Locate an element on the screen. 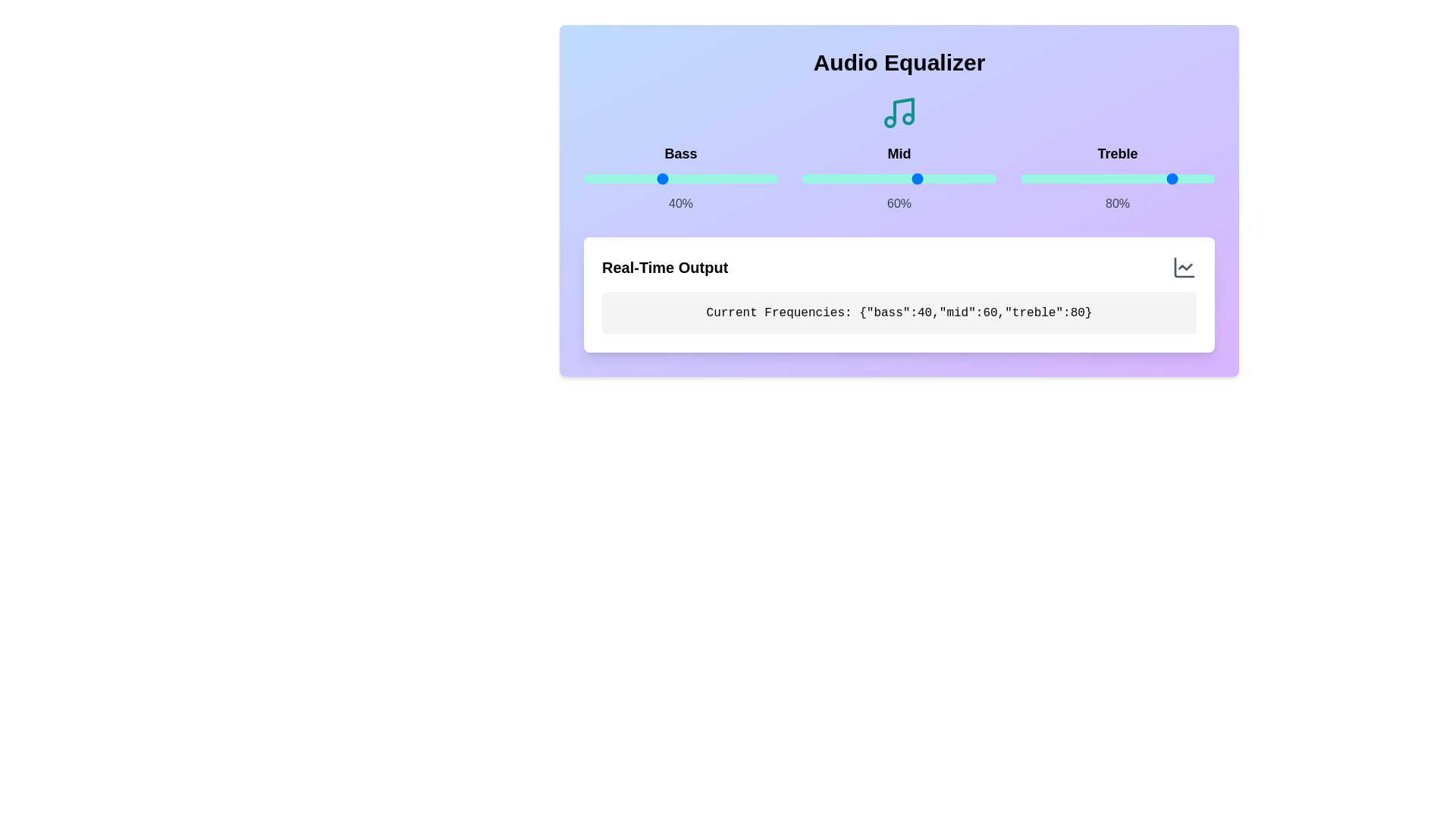 This screenshot has height=819, width=1456. bass level is located at coordinates (654, 177).